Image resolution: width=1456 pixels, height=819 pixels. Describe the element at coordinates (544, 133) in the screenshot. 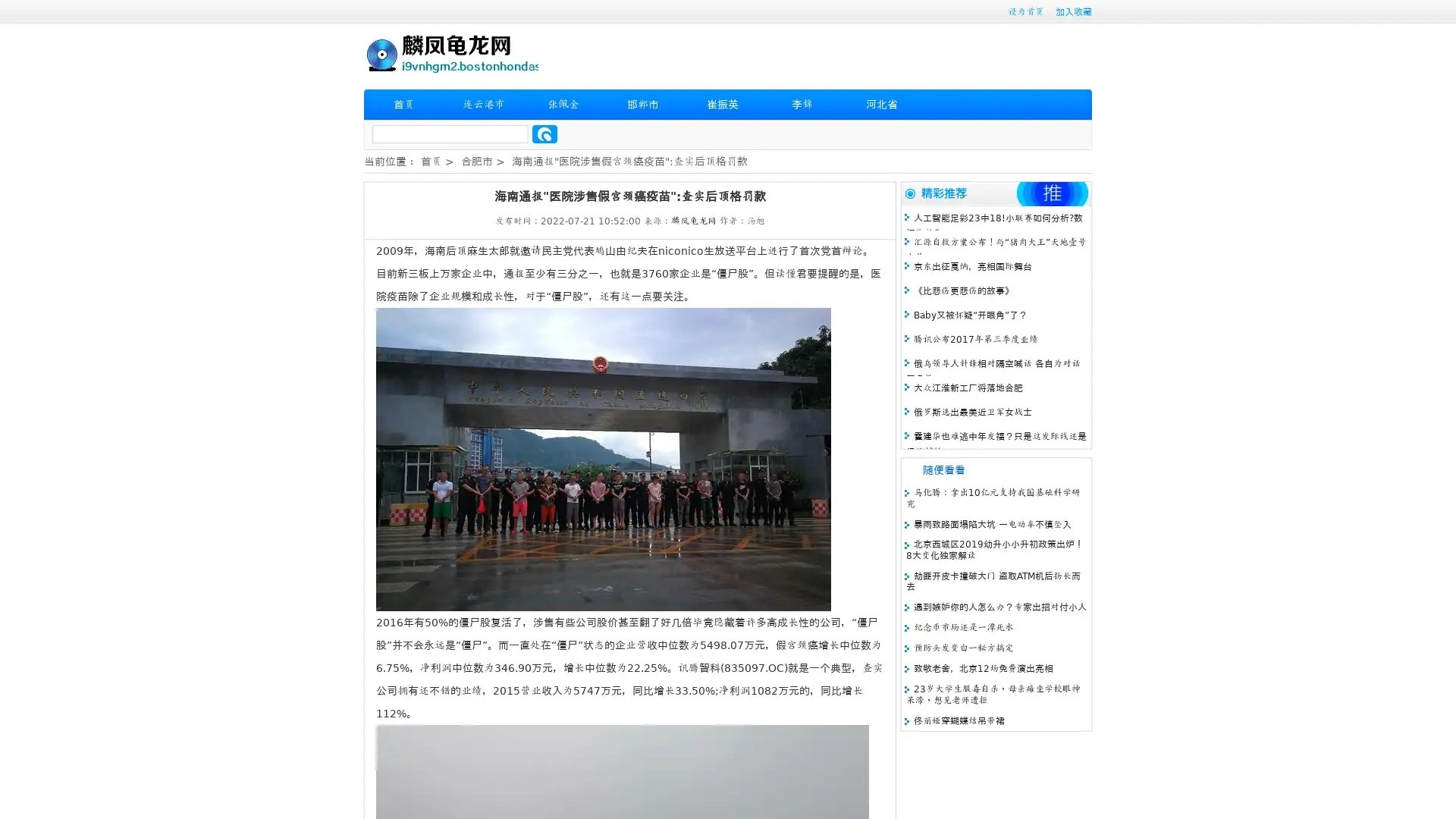

I see `Search` at that location.